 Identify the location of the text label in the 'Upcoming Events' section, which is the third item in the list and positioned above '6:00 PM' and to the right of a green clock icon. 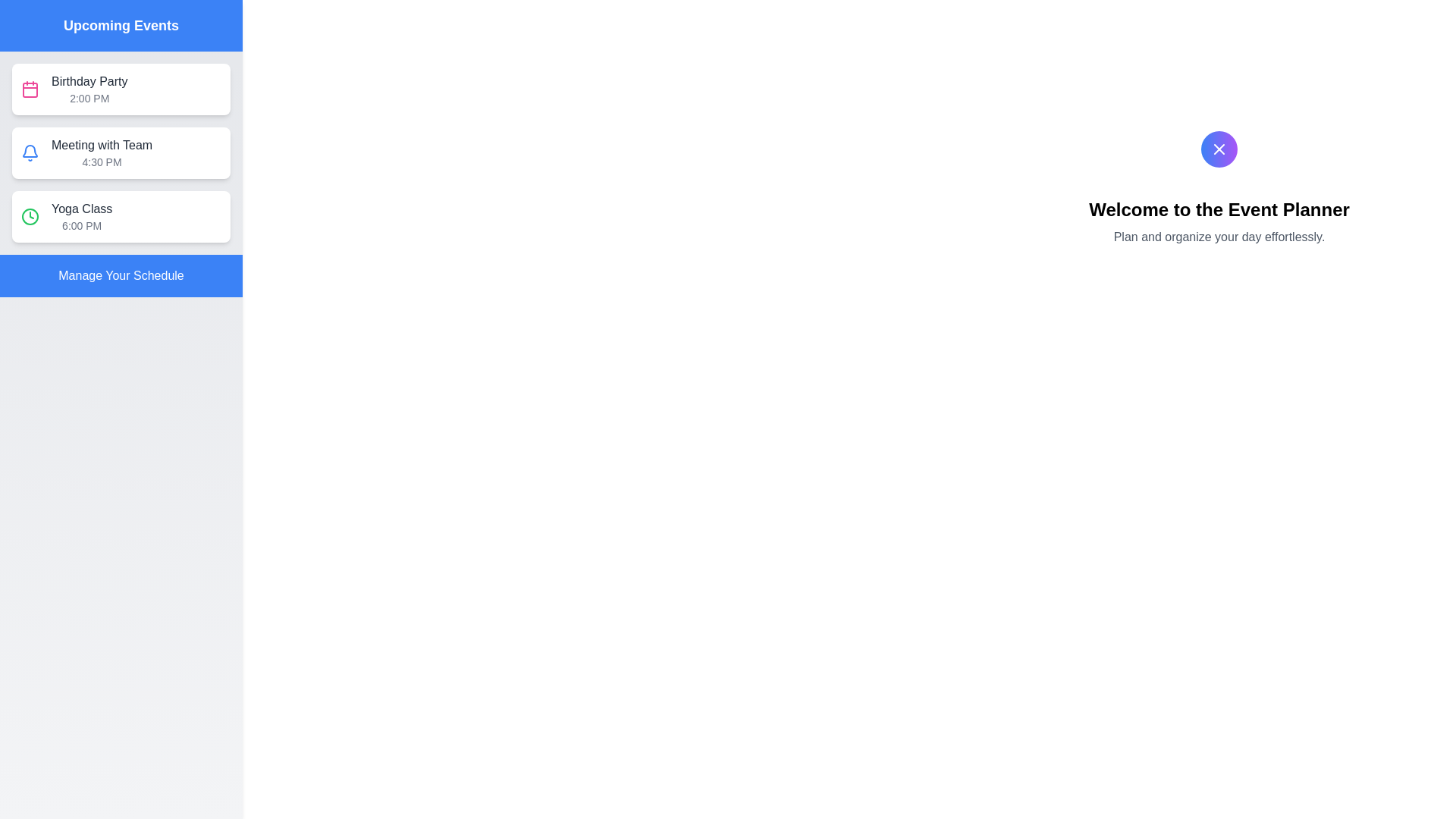
(81, 209).